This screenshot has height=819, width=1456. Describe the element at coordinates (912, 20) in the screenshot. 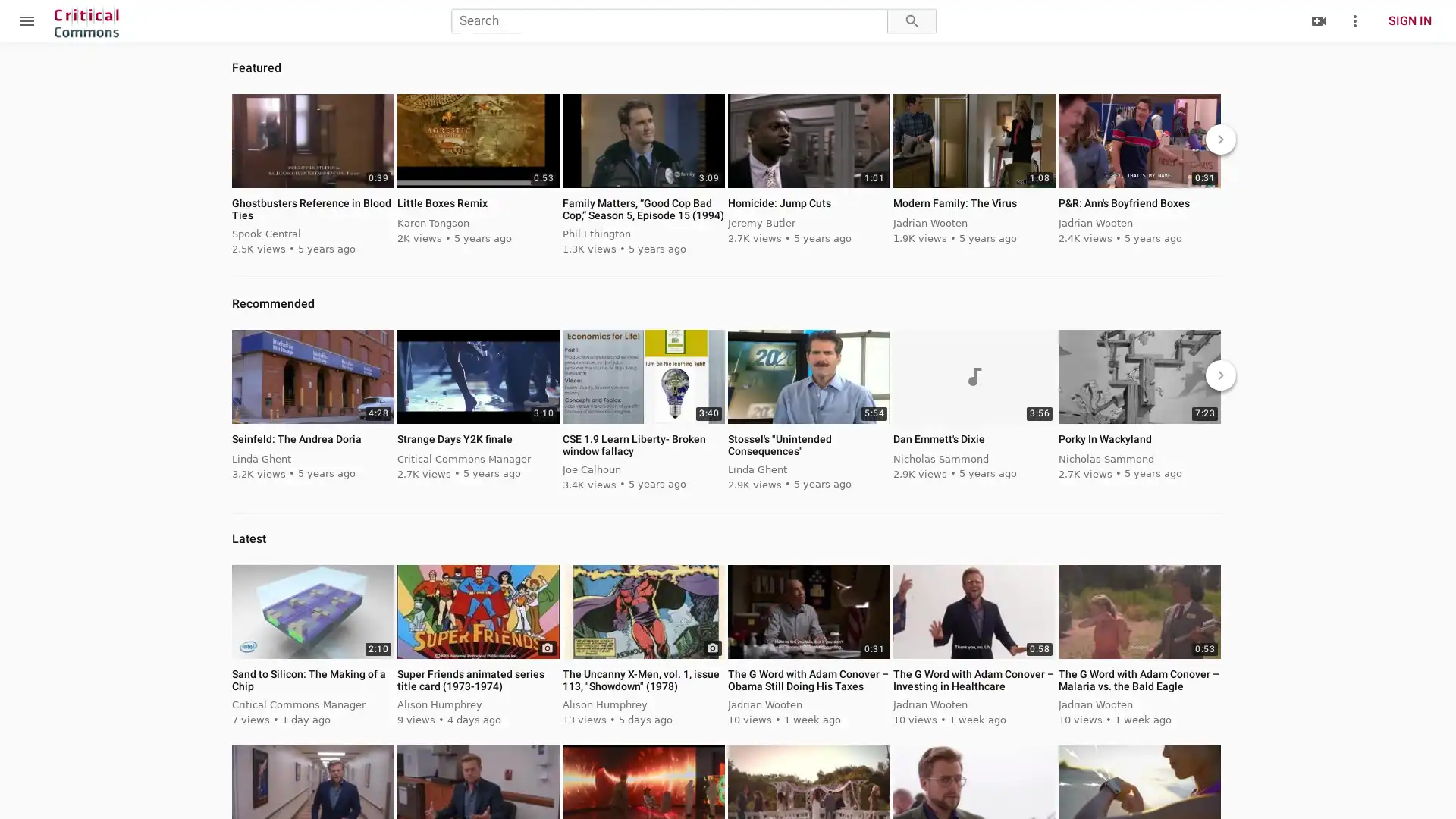

I see `search` at that location.